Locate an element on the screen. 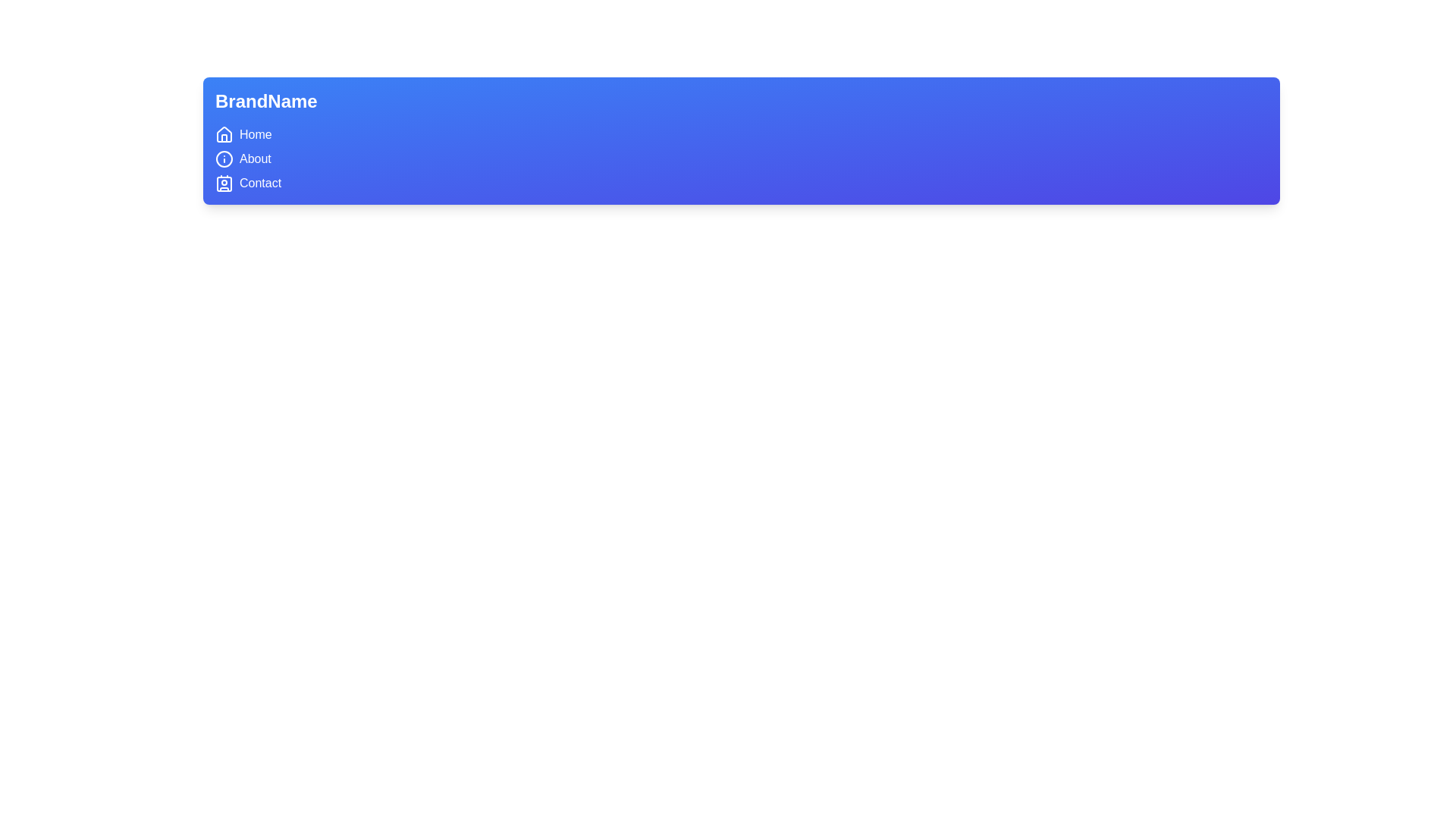 This screenshot has height=819, width=1456. 'About' section icon located in the vertical menu bar, which is the second icon beneath the home icon is located at coordinates (224, 158).